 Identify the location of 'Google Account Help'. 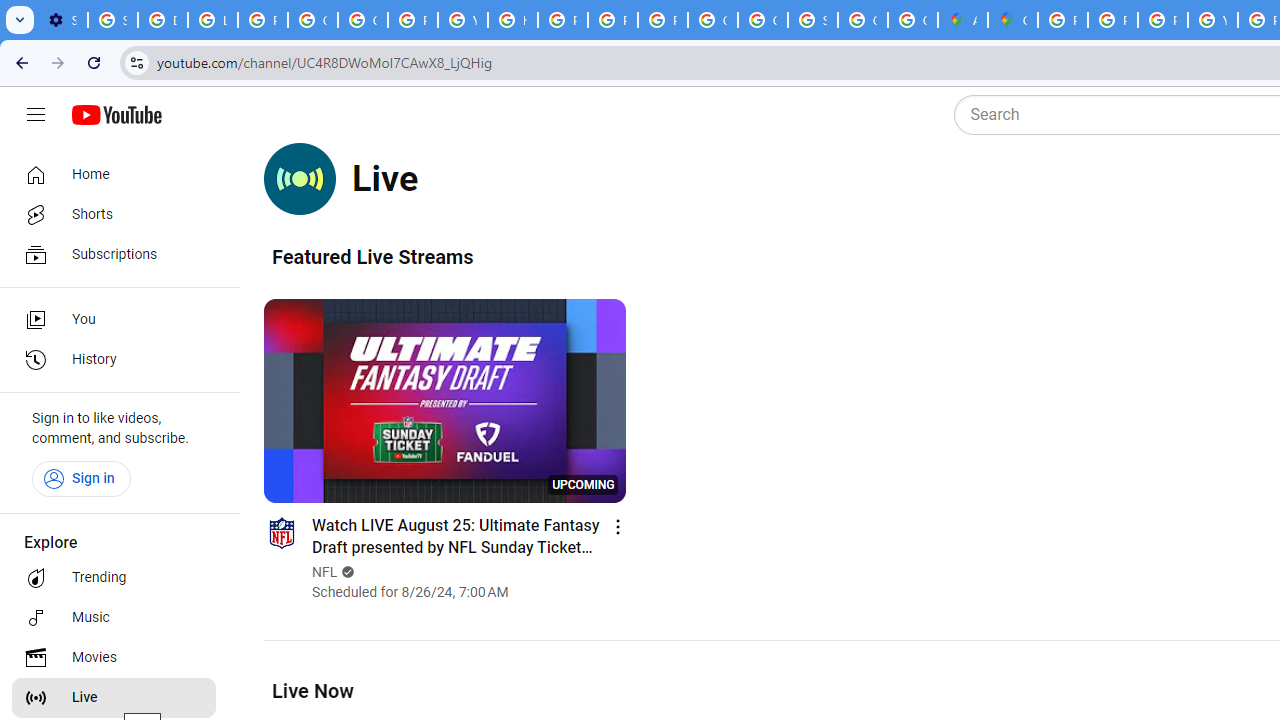
(311, 20).